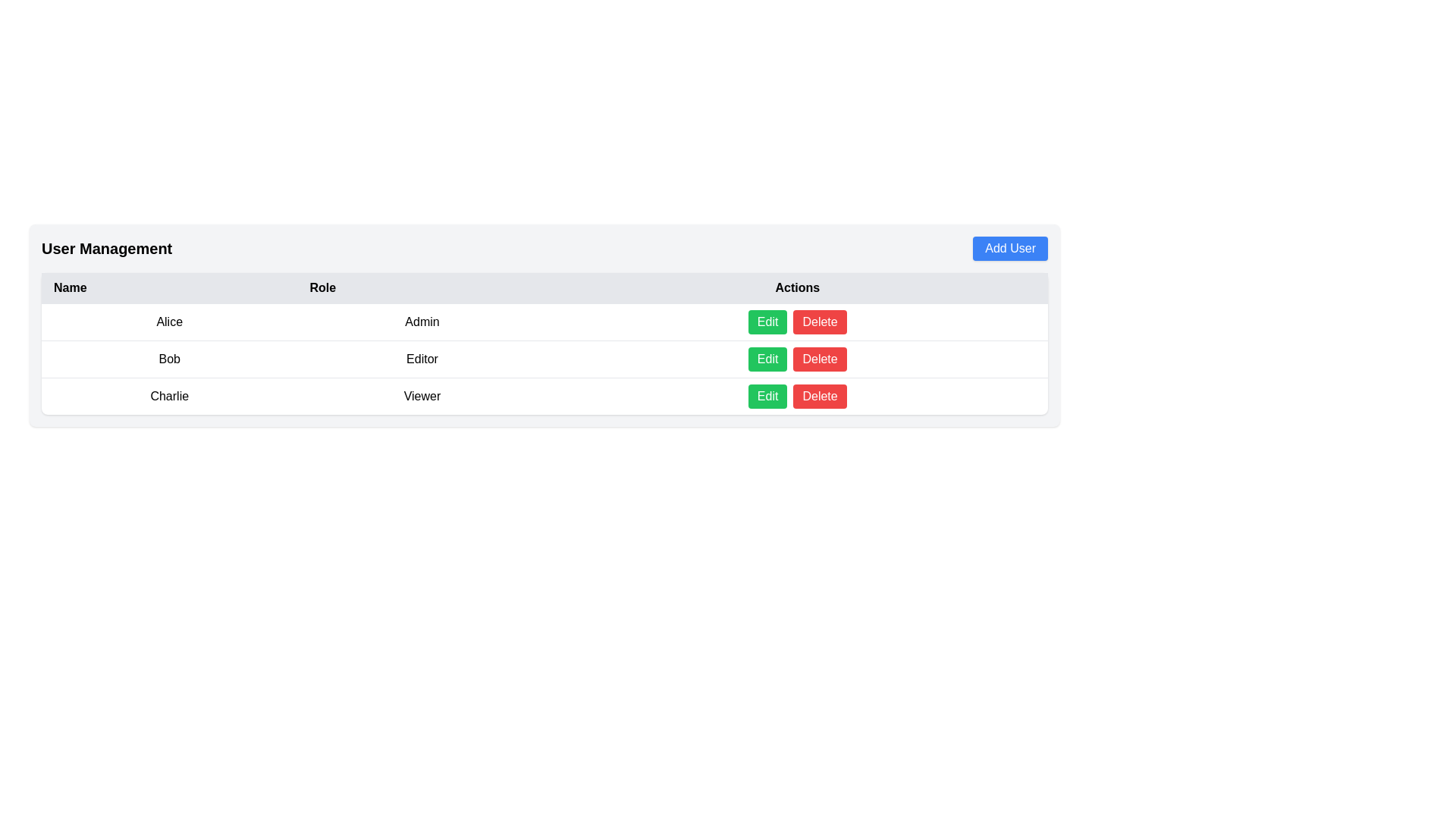 The width and height of the screenshot is (1456, 819). I want to click on the delete button in the second row of the user management table to observe its hover effects, so click(819, 396).